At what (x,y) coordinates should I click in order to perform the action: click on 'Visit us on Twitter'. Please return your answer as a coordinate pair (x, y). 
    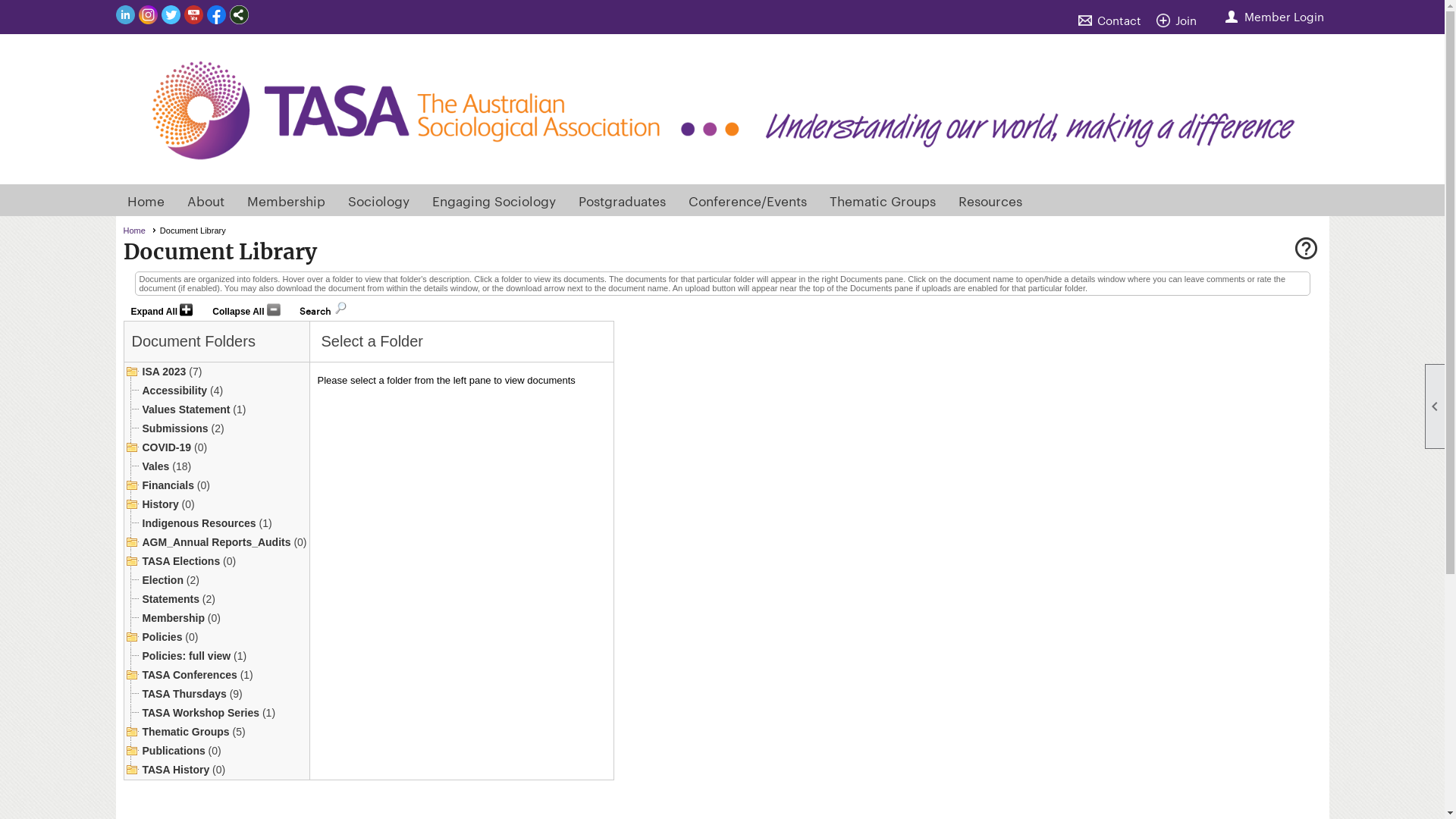
    Looking at the image, I should click on (170, 15).